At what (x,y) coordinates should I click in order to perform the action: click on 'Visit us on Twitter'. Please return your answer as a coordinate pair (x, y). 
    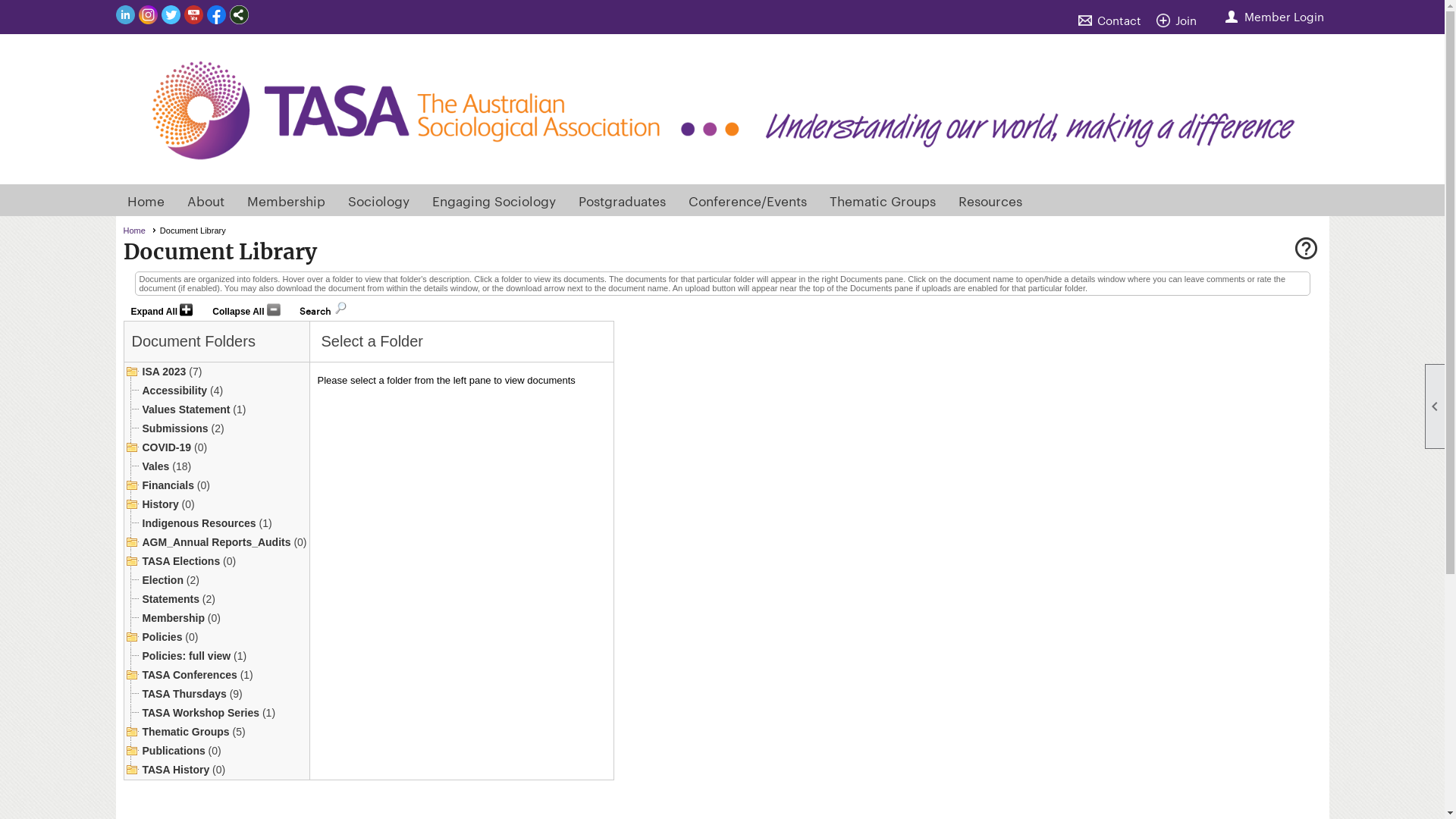
    Looking at the image, I should click on (170, 15).